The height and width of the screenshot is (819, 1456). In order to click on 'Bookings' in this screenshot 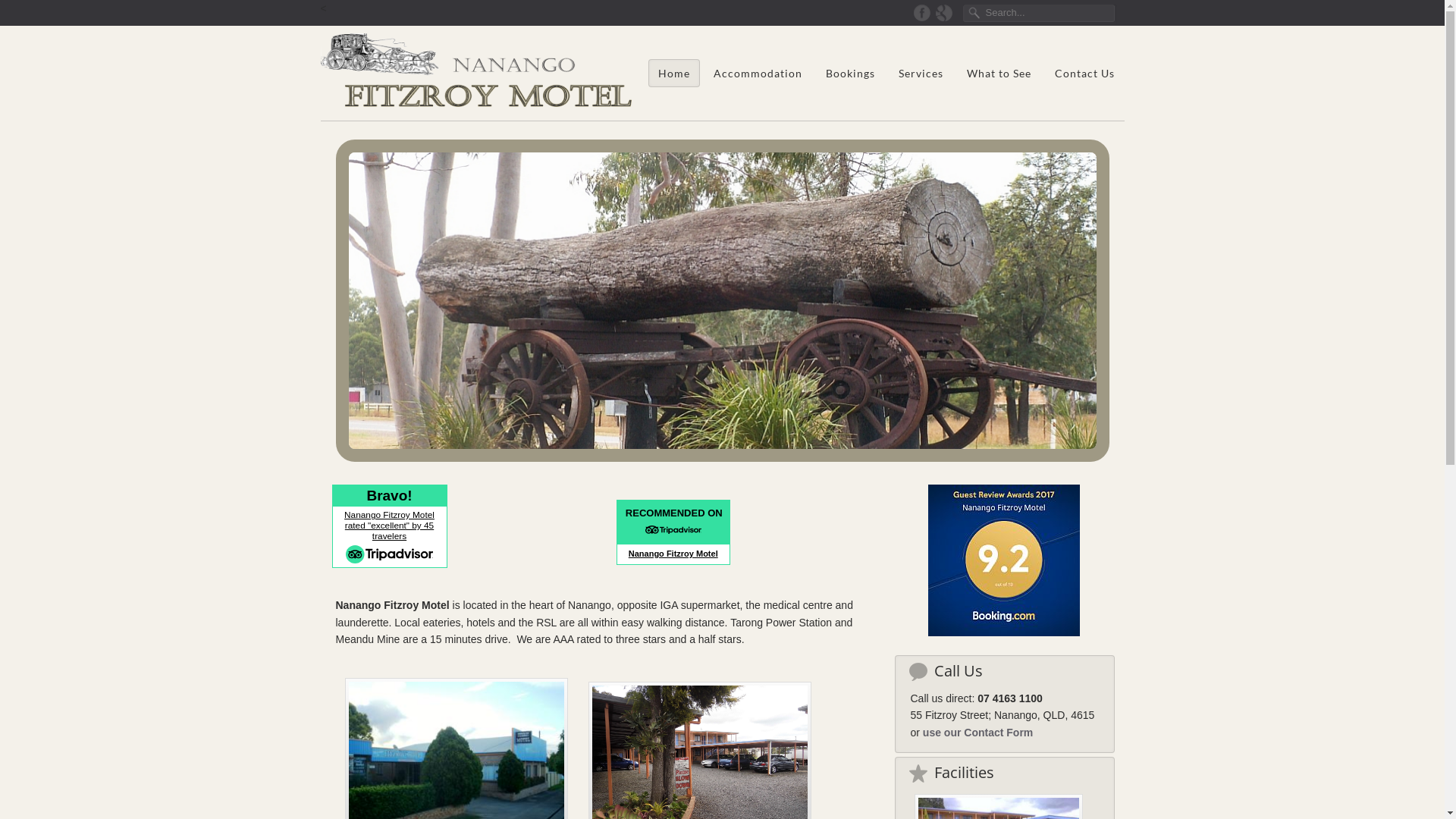, I will do `click(849, 73)`.